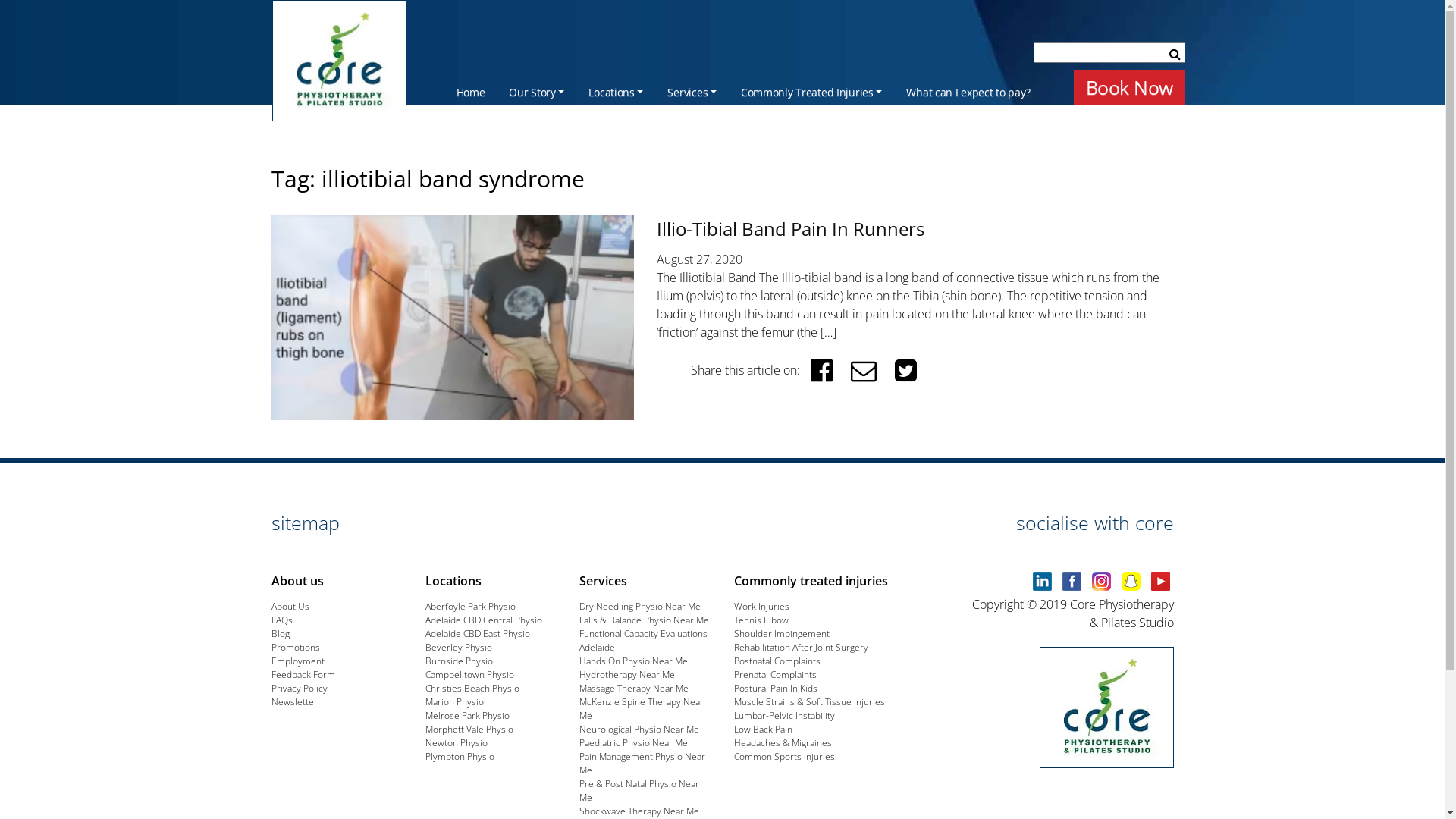 This screenshot has height=819, width=1456. What do you see at coordinates (761, 605) in the screenshot?
I see `'Work Injuries'` at bounding box center [761, 605].